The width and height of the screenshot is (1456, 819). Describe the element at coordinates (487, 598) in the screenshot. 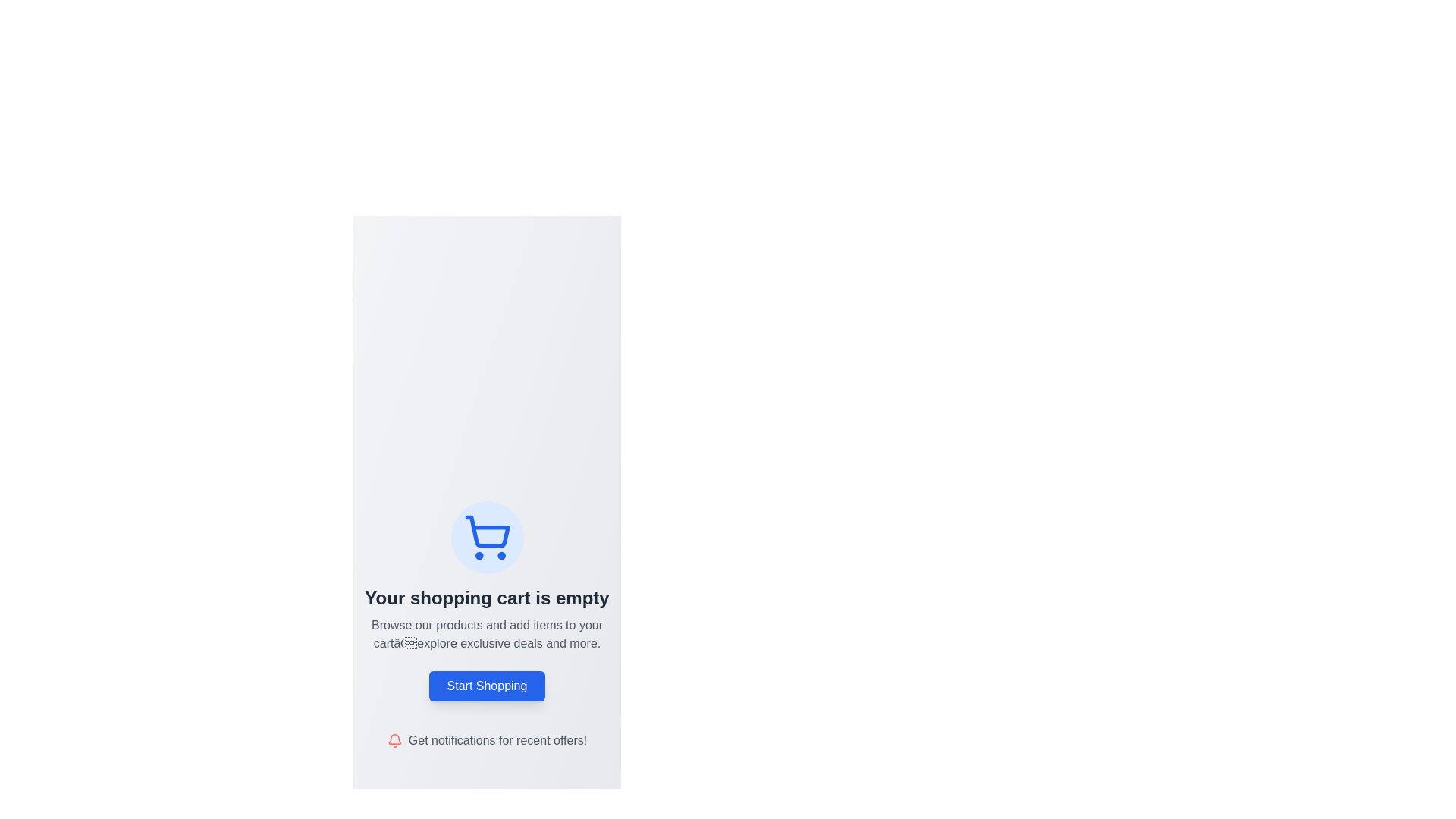

I see `text label that displays 'Your shopping cart is empty', which is styled in bold dark gray and centrally aligned below a shopping cart icon` at that location.